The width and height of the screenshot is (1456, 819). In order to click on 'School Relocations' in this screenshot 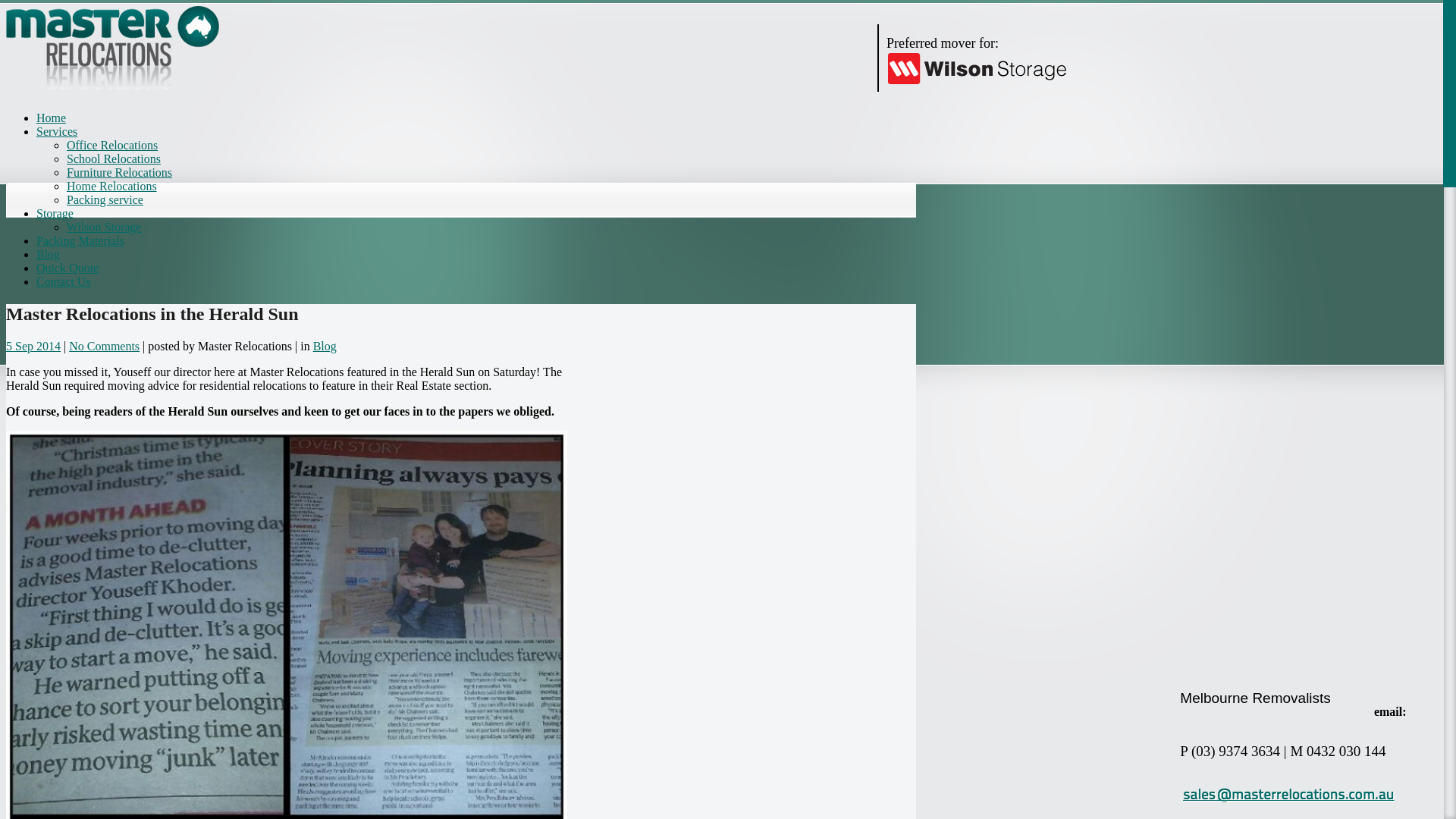, I will do `click(112, 158)`.